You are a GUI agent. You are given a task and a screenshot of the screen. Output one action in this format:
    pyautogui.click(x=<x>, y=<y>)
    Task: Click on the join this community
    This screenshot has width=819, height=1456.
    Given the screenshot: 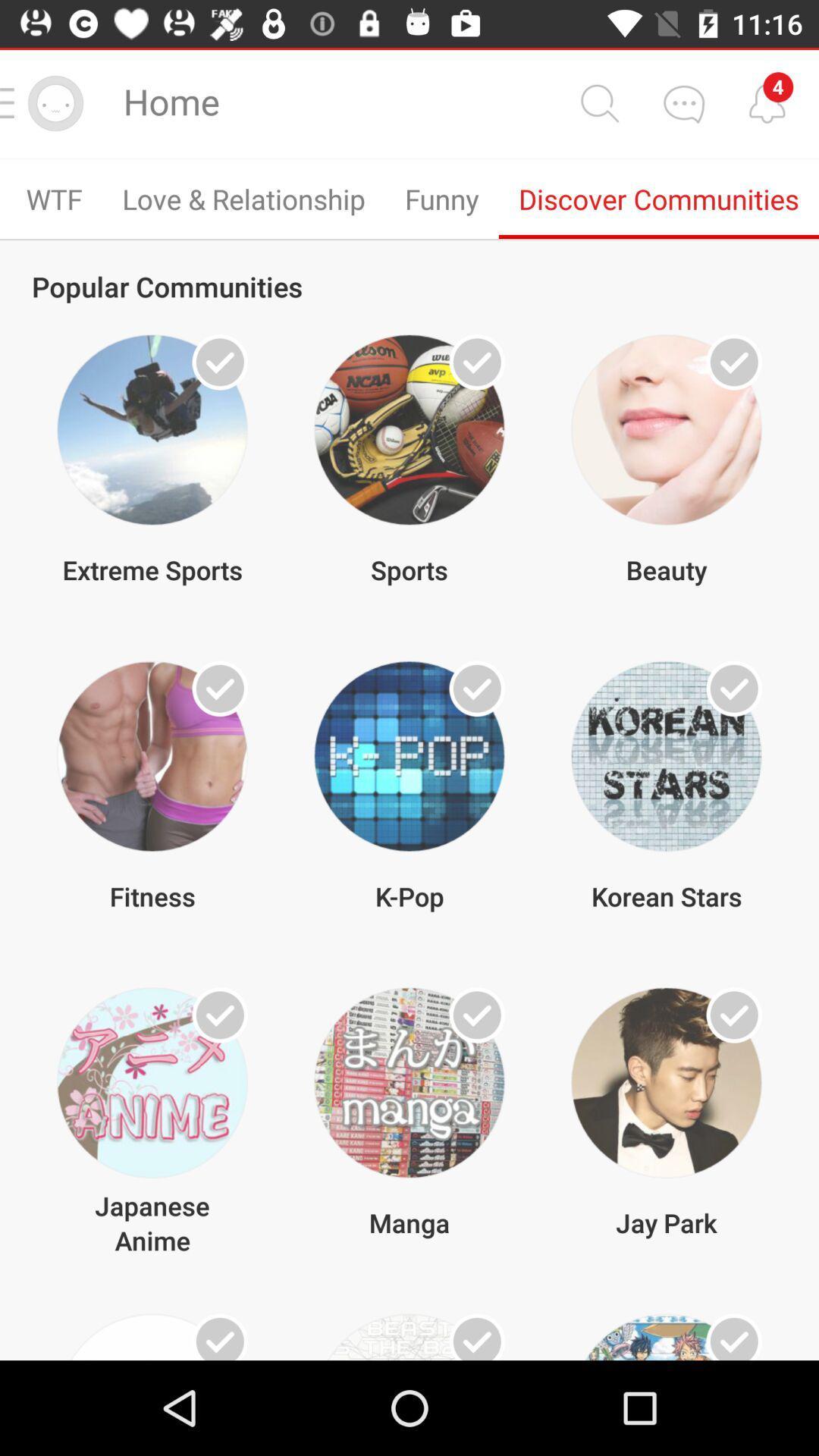 What is the action you would take?
    pyautogui.click(x=220, y=361)
    